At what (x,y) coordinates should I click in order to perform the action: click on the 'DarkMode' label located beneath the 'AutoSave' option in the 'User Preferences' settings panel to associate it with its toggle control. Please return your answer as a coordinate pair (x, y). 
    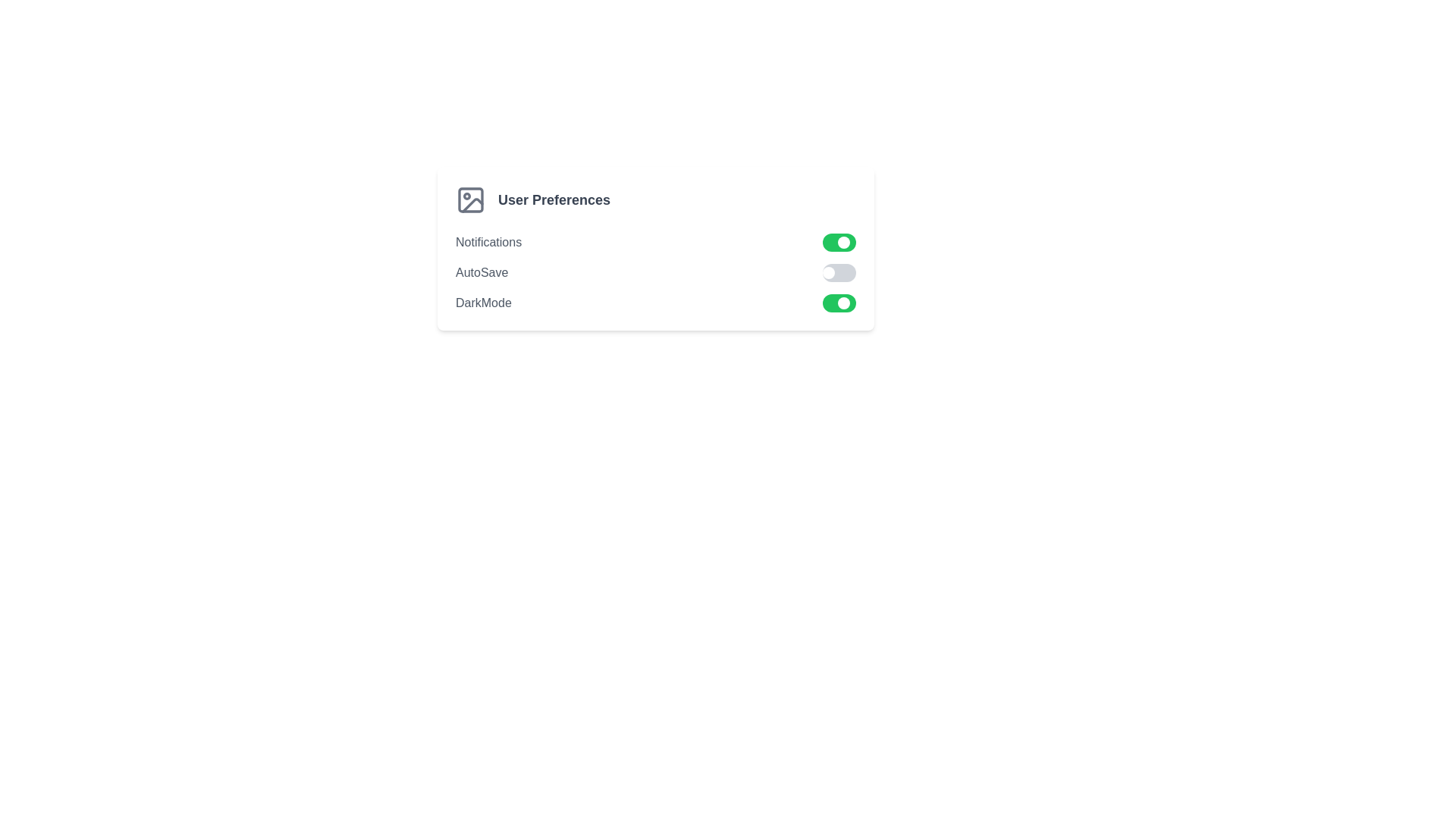
    Looking at the image, I should click on (482, 303).